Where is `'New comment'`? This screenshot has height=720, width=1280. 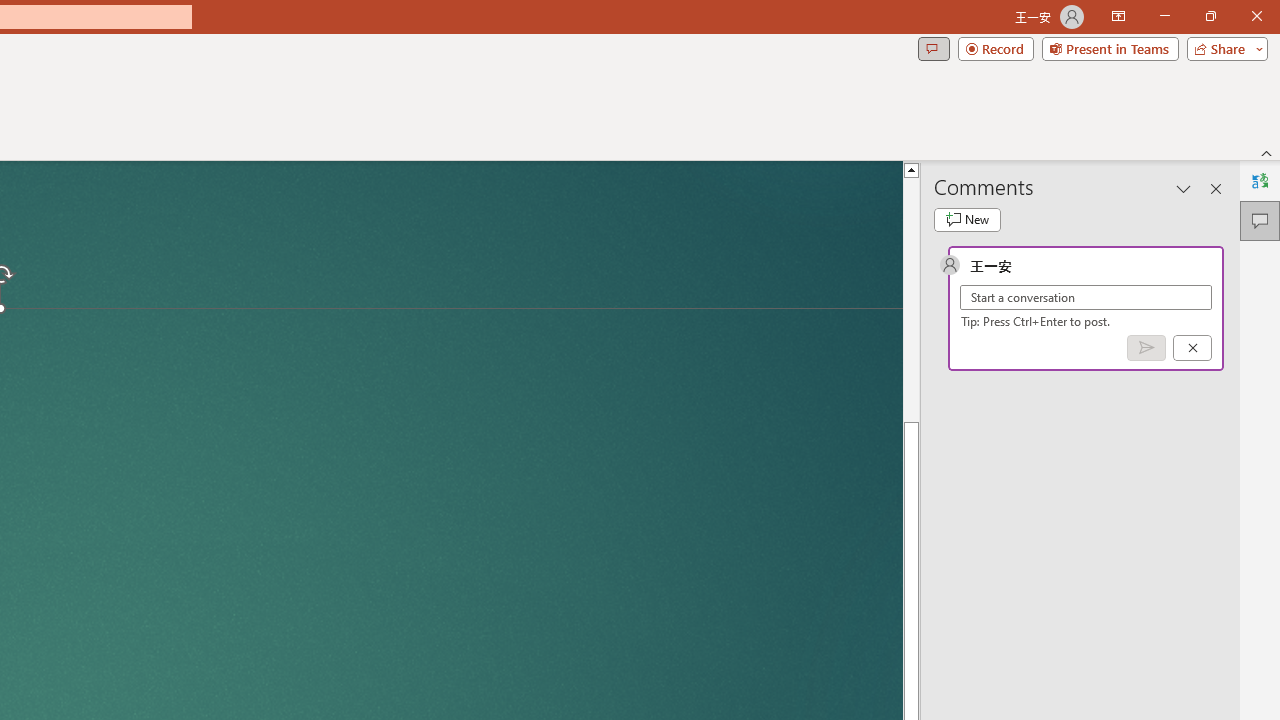 'New comment' is located at coordinates (967, 219).